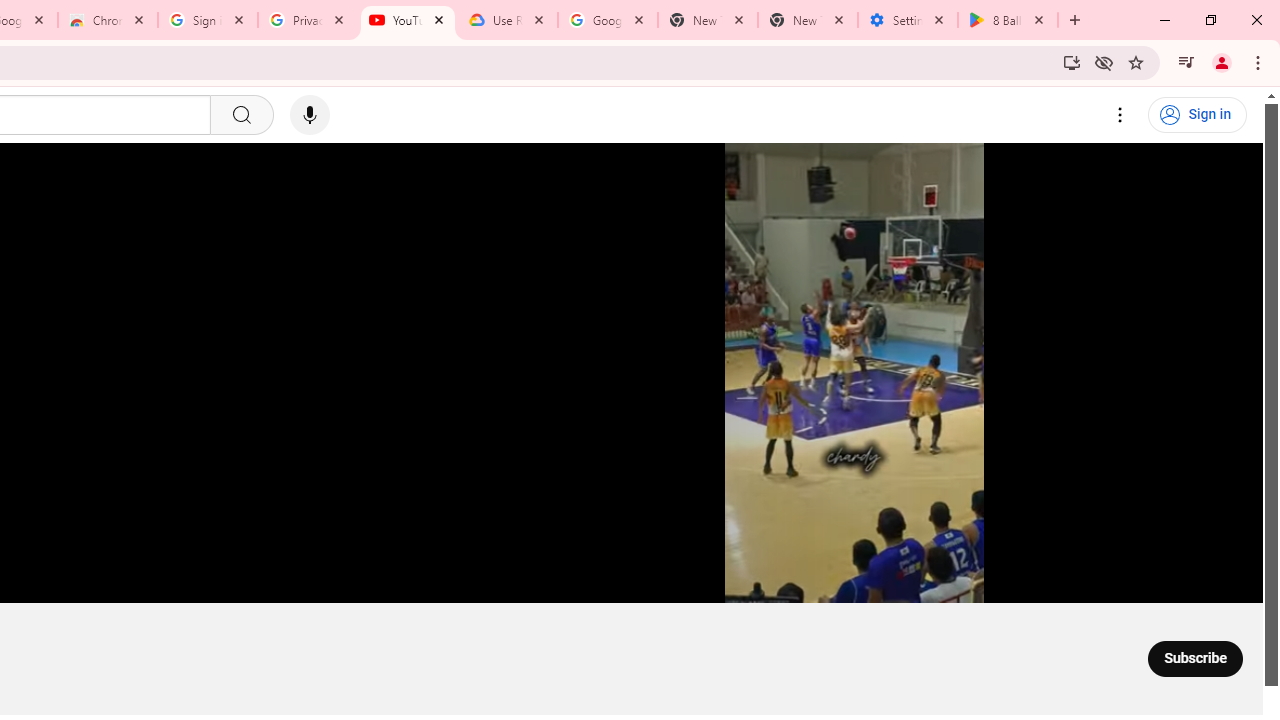 The image size is (1280, 720). I want to click on 'YouTube', so click(407, 20).